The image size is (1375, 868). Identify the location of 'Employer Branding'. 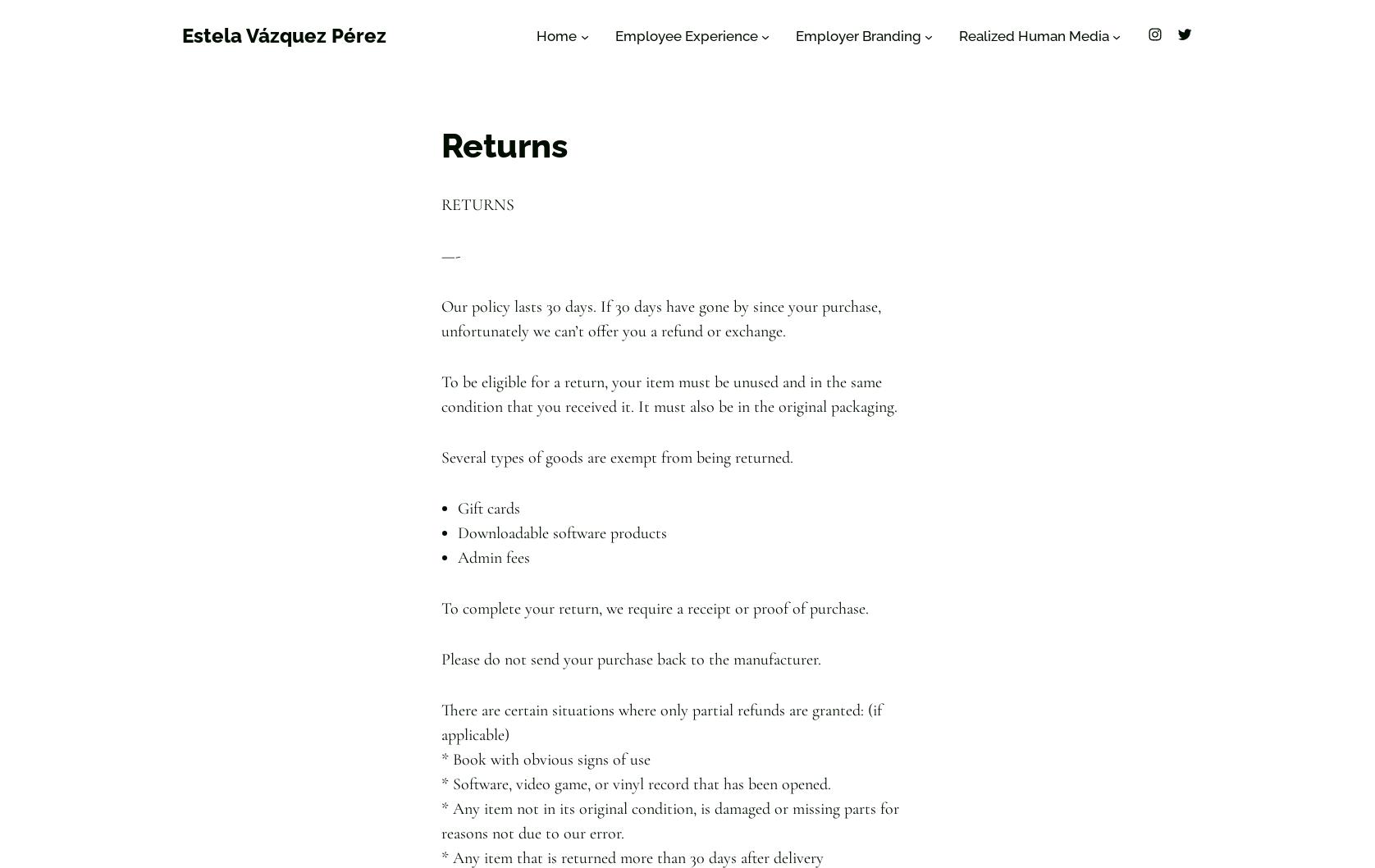
(857, 36).